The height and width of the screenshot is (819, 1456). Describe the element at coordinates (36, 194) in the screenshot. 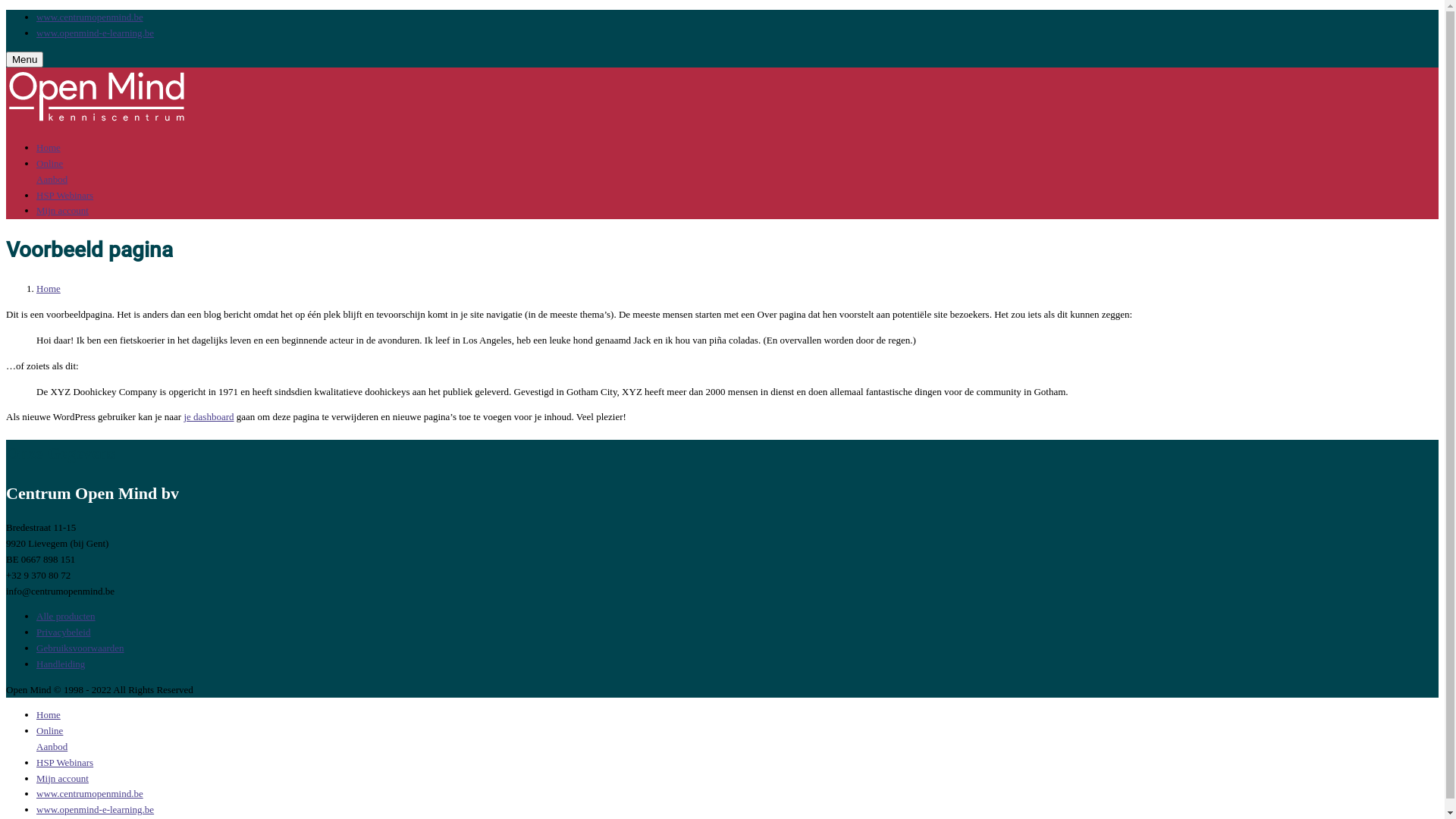

I see `'HSP Webinars'` at that location.